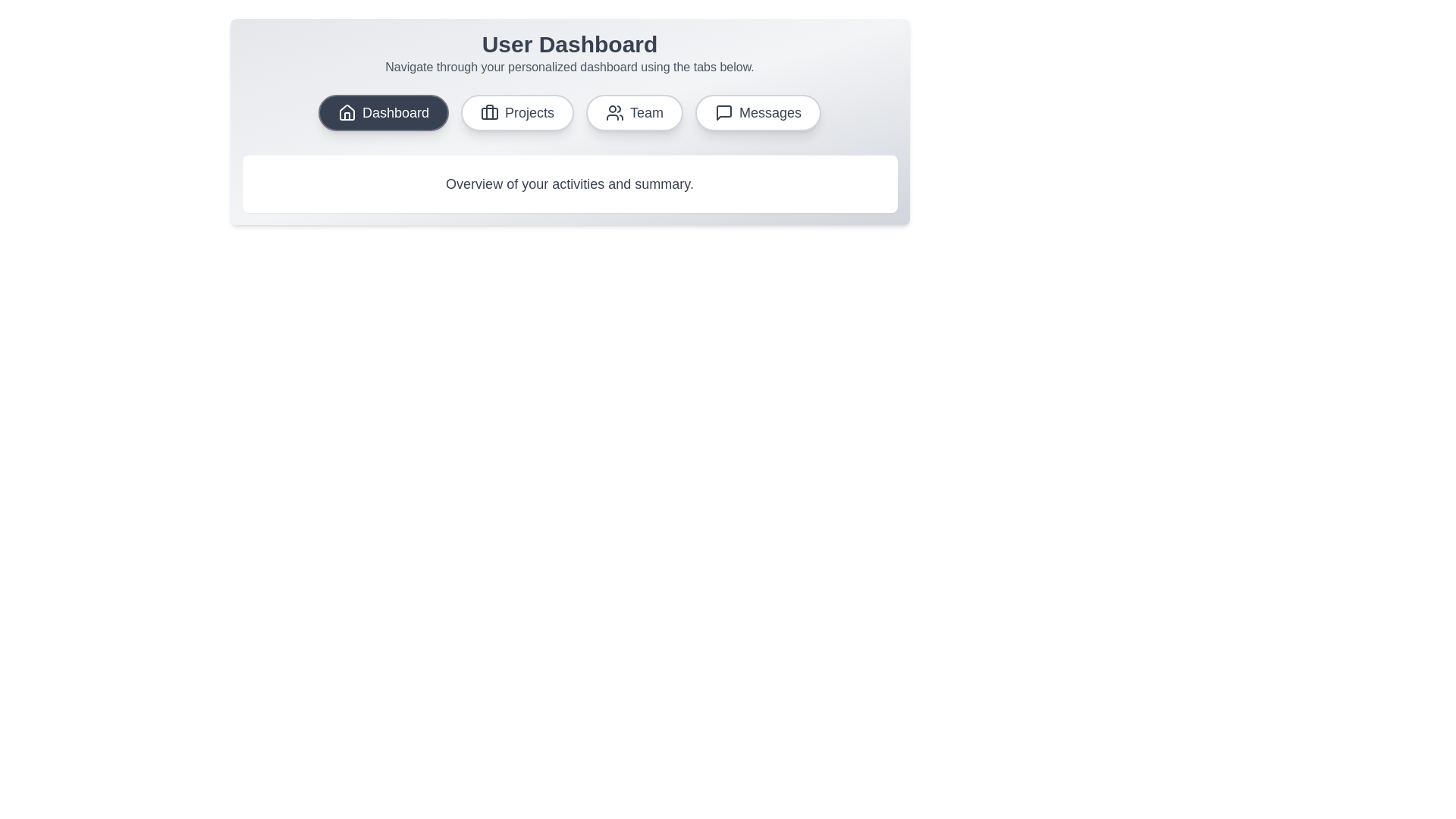  Describe the element at coordinates (634, 112) in the screenshot. I see `the tab corresponding to Team` at that location.